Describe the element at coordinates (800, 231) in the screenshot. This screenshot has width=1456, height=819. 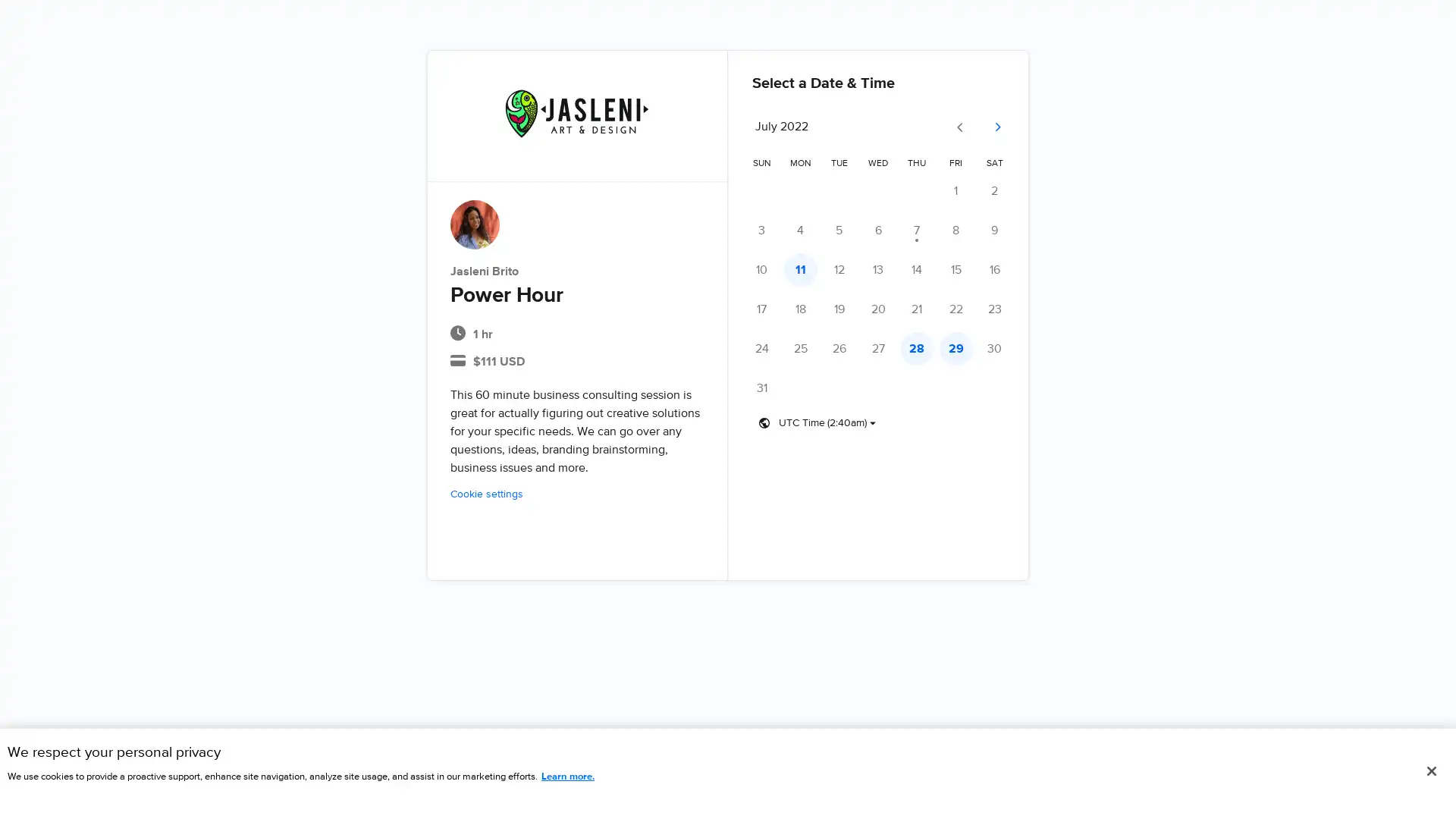
I see `Monday, July 4 - No times available` at that location.